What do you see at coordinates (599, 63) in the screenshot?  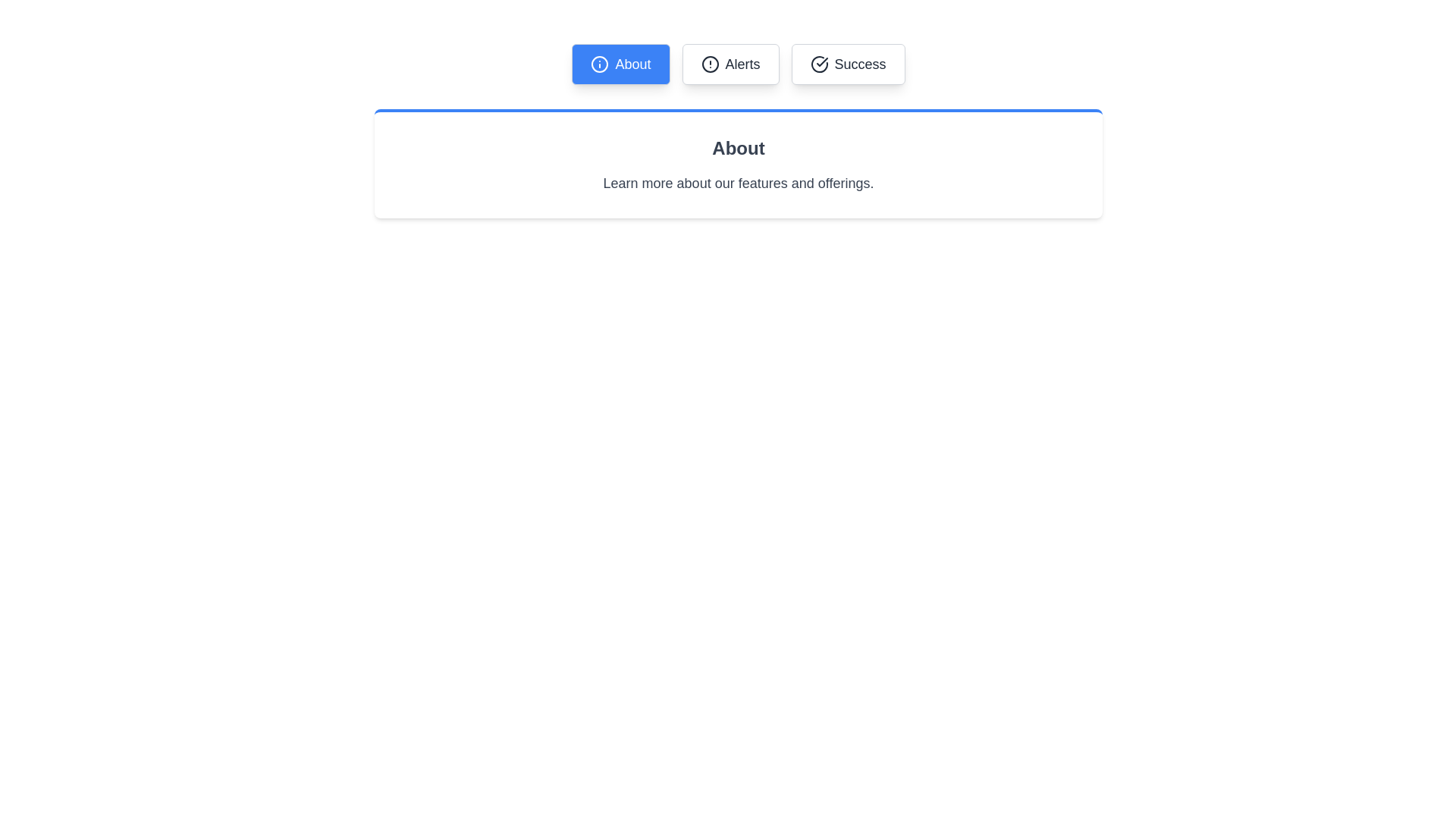 I see `the SVG circle element that serves as part of the 'About' button's icon, emphasizing its identity and importance` at bounding box center [599, 63].